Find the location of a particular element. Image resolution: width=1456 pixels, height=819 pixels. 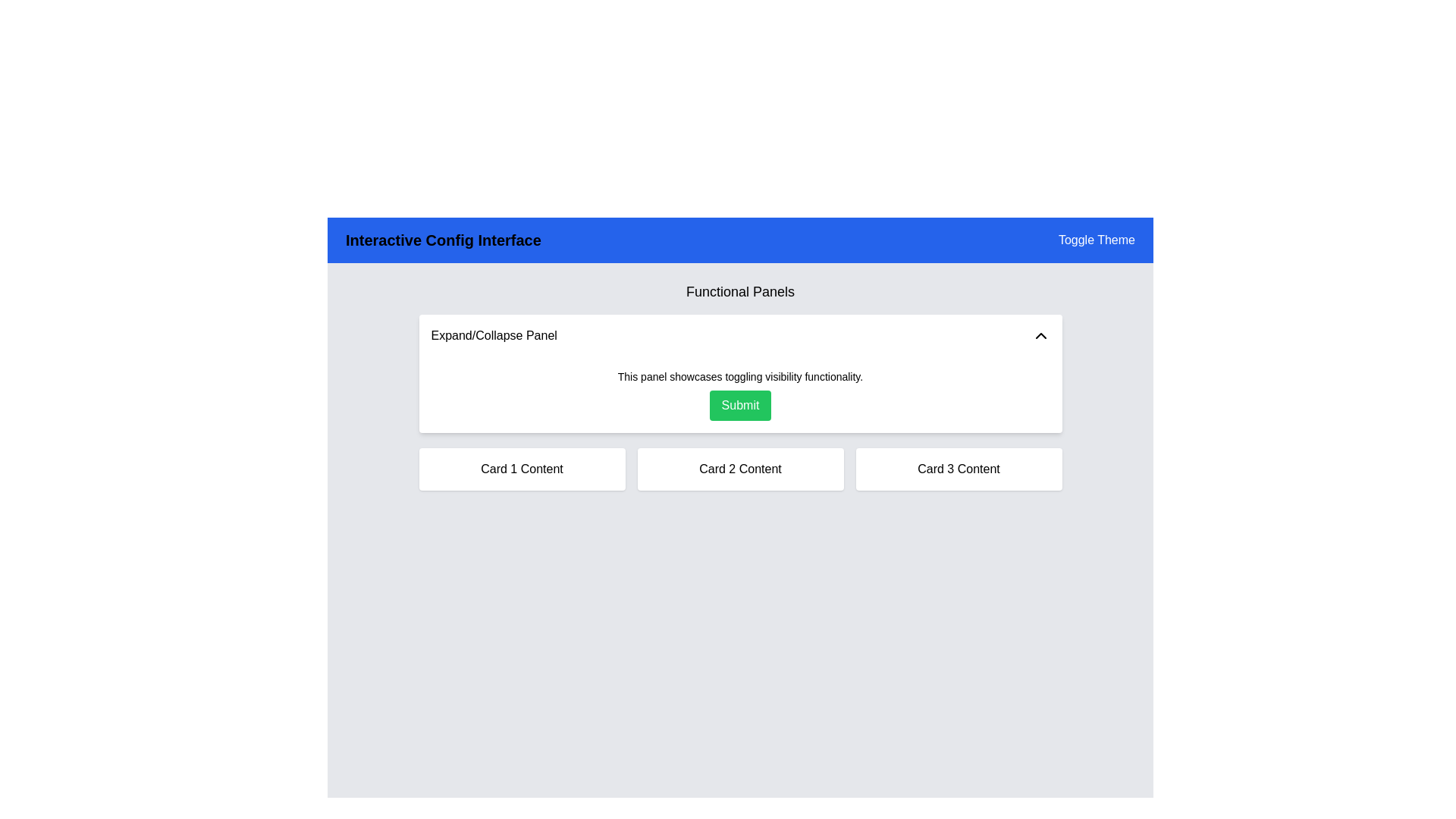

descriptive text from the 'Functional Panels' panel, which includes a collapsible section labeled 'Expand/Collapse Panel' and a green button labeled 'Submit' is located at coordinates (740, 385).